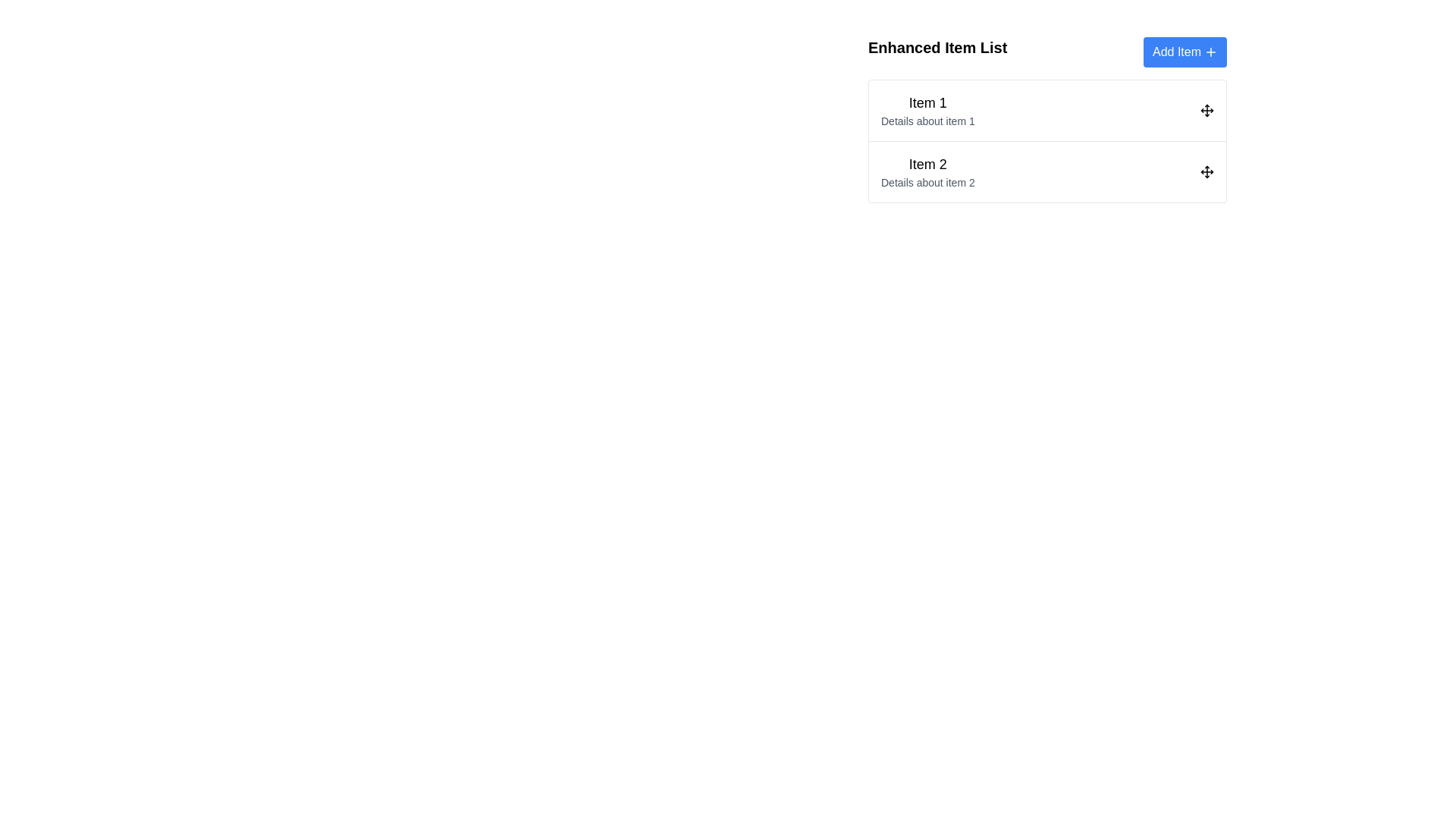 The height and width of the screenshot is (819, 1456). I want to click on text content of the descriptive label located below 'Item 1' in the first item card, so click(927, 120).